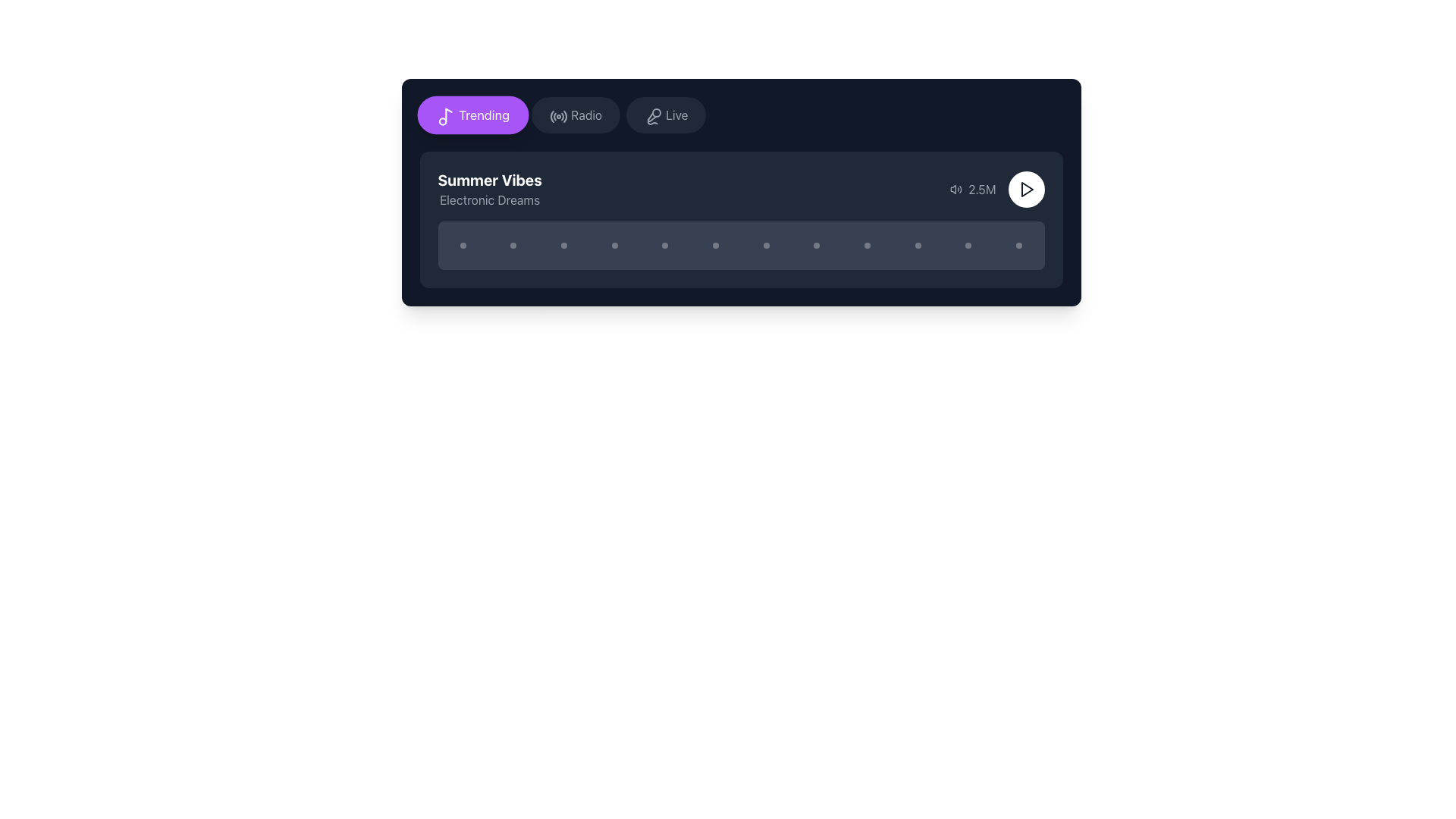  I want to click on the white music note icon within the purple oval 'Trending' button, located at the top-left of the card interface, so click(444, 116).